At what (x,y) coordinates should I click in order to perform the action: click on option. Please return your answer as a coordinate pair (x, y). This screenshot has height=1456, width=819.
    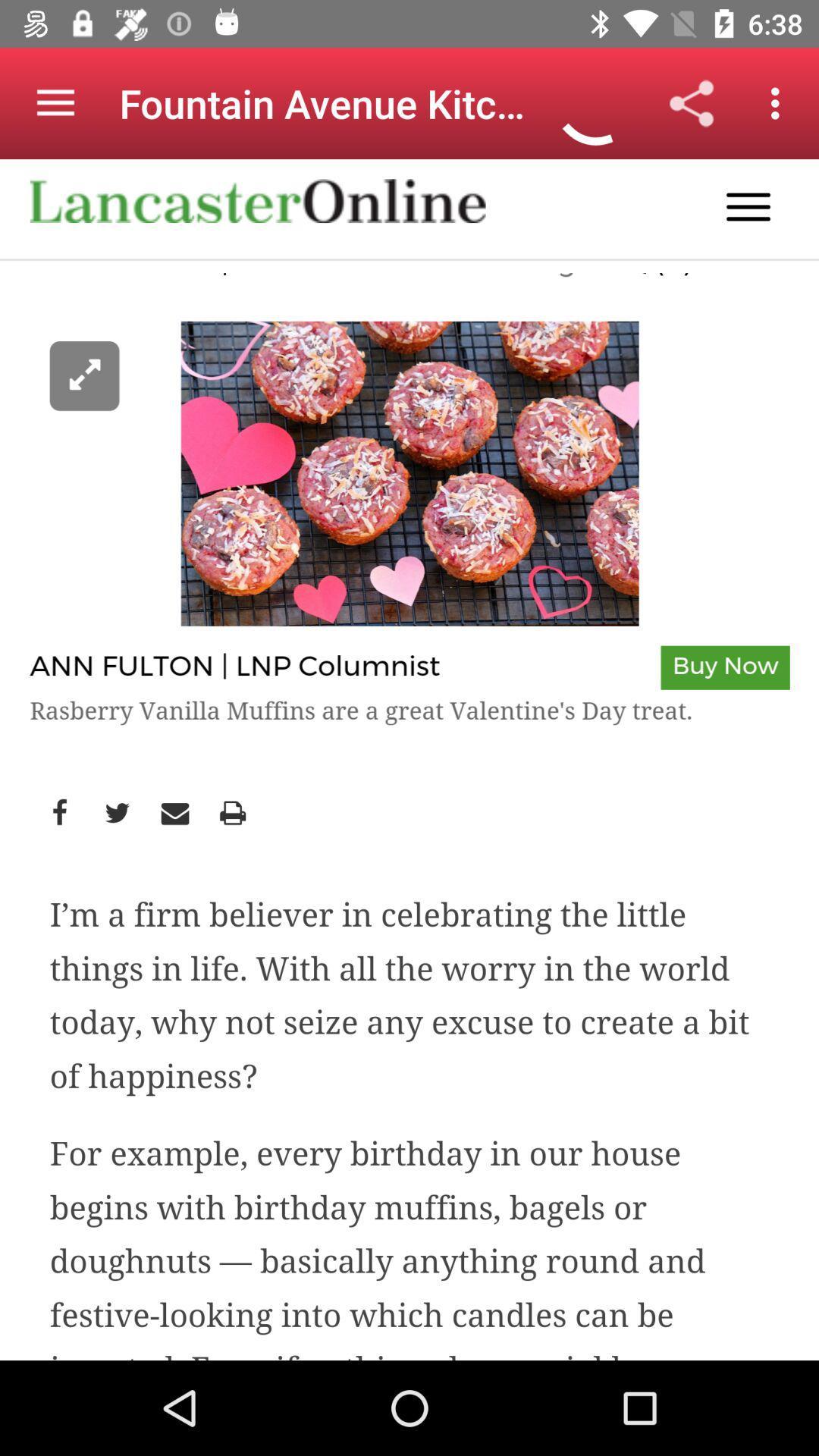
    Looking at the image, I should click on (409, 760).